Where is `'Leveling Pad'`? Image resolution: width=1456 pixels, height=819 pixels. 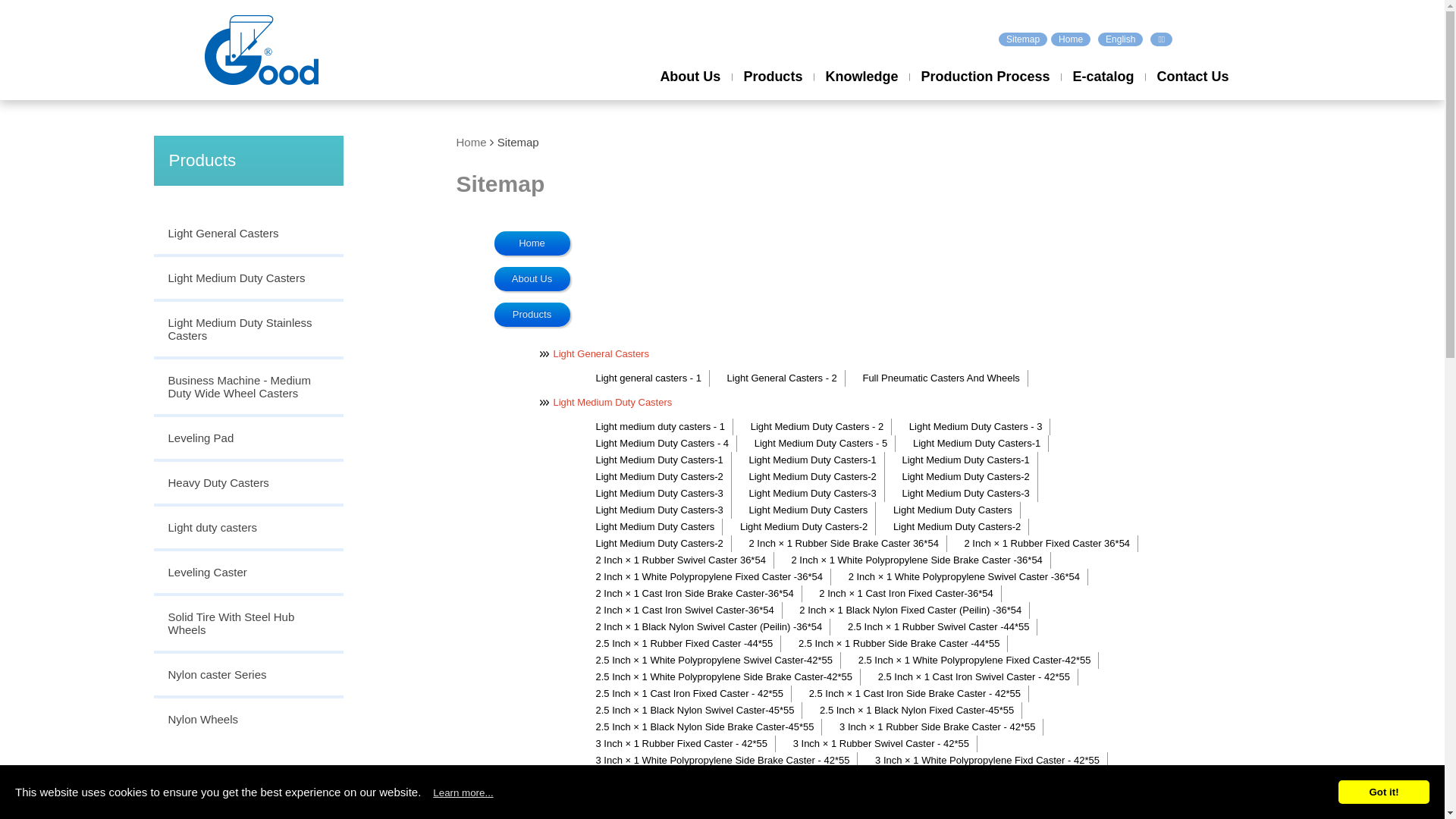
'Leveling Pad' is located at coordinates (247, 439).